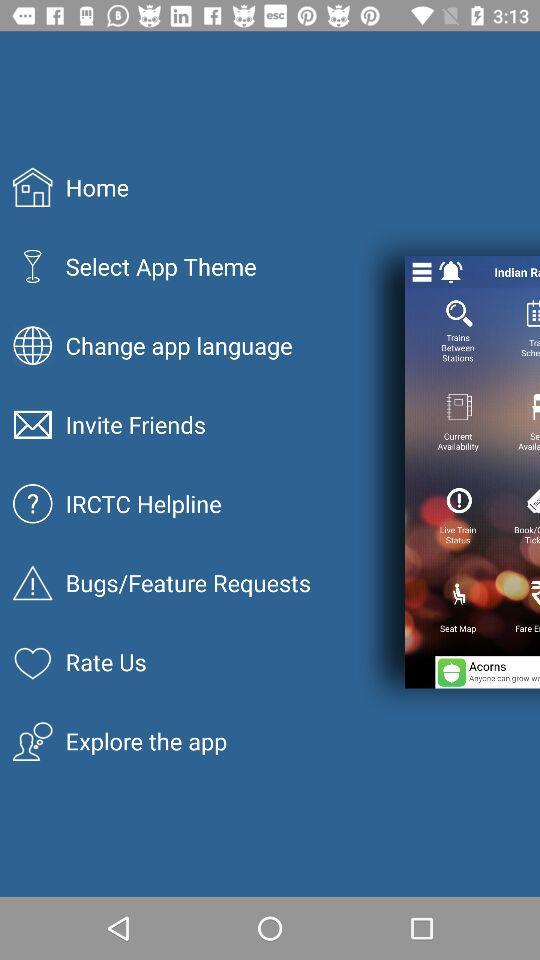 This screenshot has width=540, height=960. Describe the element at coordinates (451, 271) in the screenshot. I see `go back` at that location.